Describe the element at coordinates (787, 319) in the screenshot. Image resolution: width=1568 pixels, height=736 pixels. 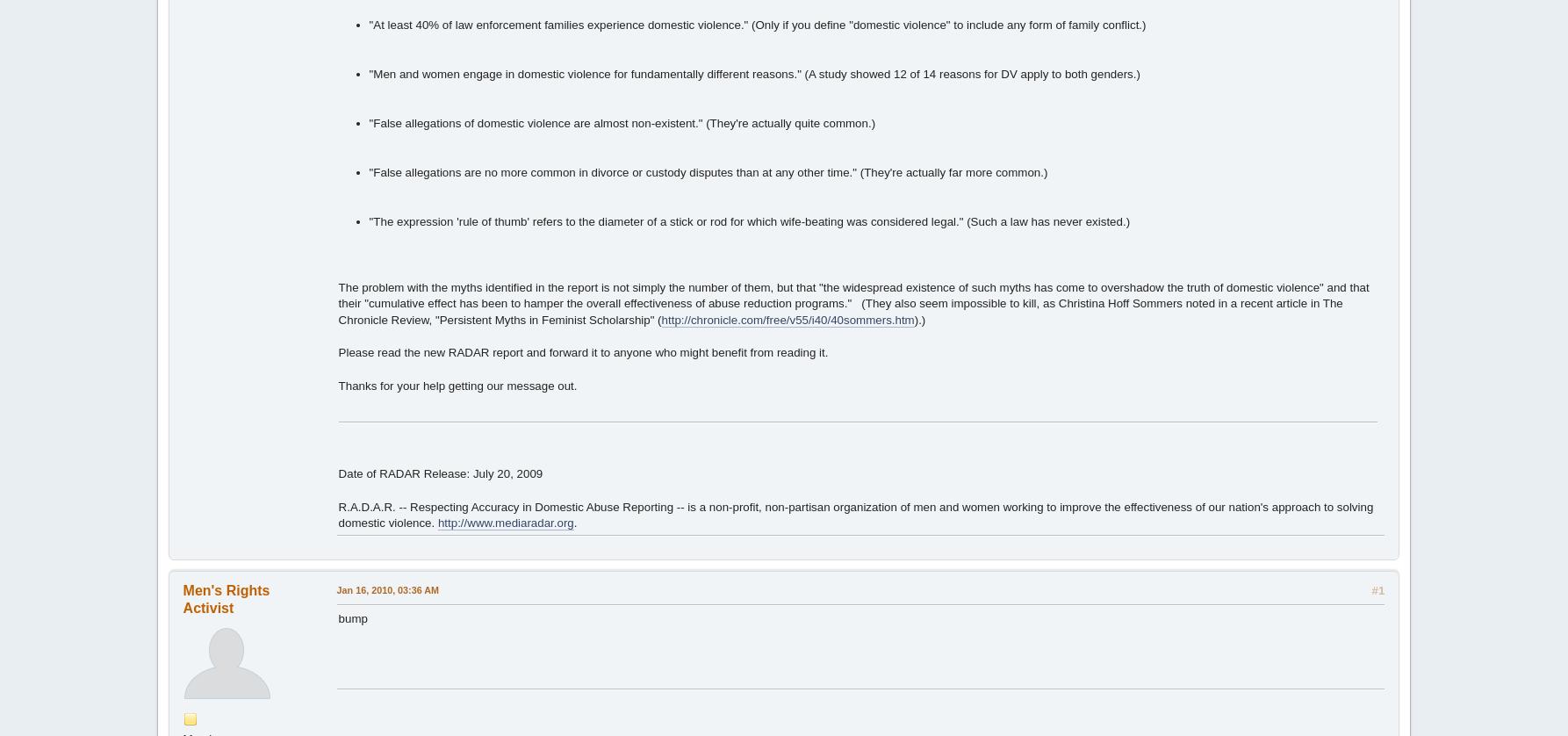
I see `'http://chronicle.com/free/v55/i40/40sommers.htm'` at that location.